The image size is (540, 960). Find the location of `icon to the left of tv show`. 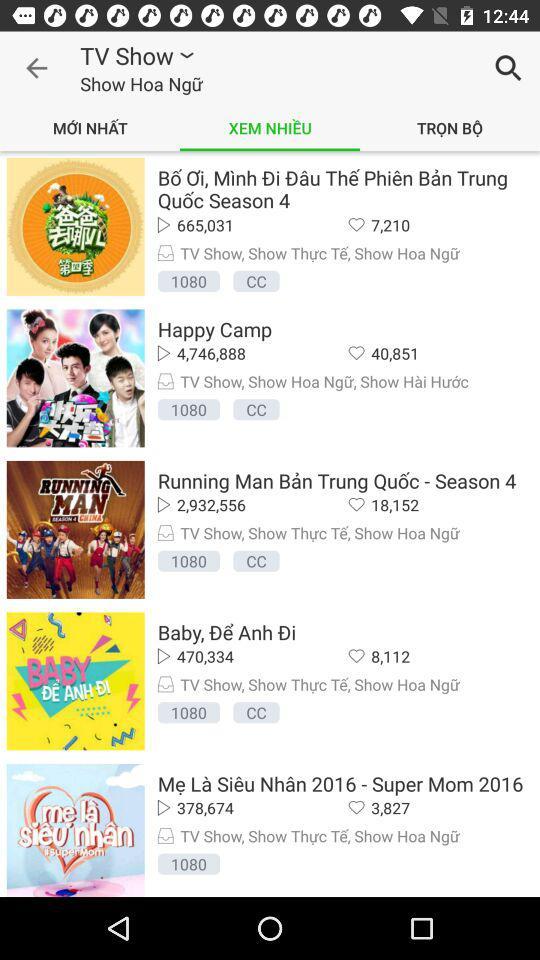

icon to the left of tv show is located at coordinates (36, 68).